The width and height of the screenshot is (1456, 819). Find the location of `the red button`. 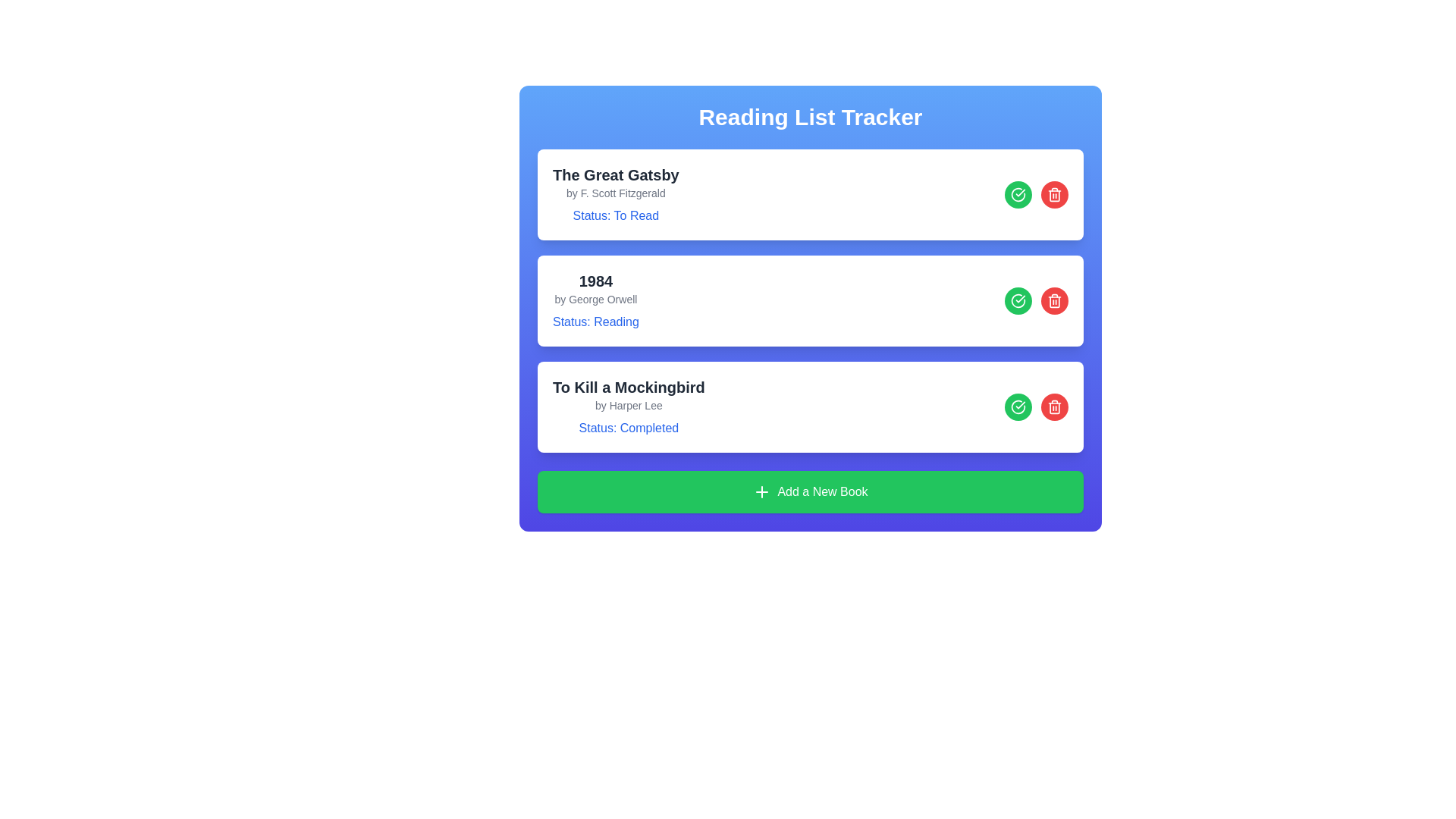

the red button is located at coordinates (810, 301).